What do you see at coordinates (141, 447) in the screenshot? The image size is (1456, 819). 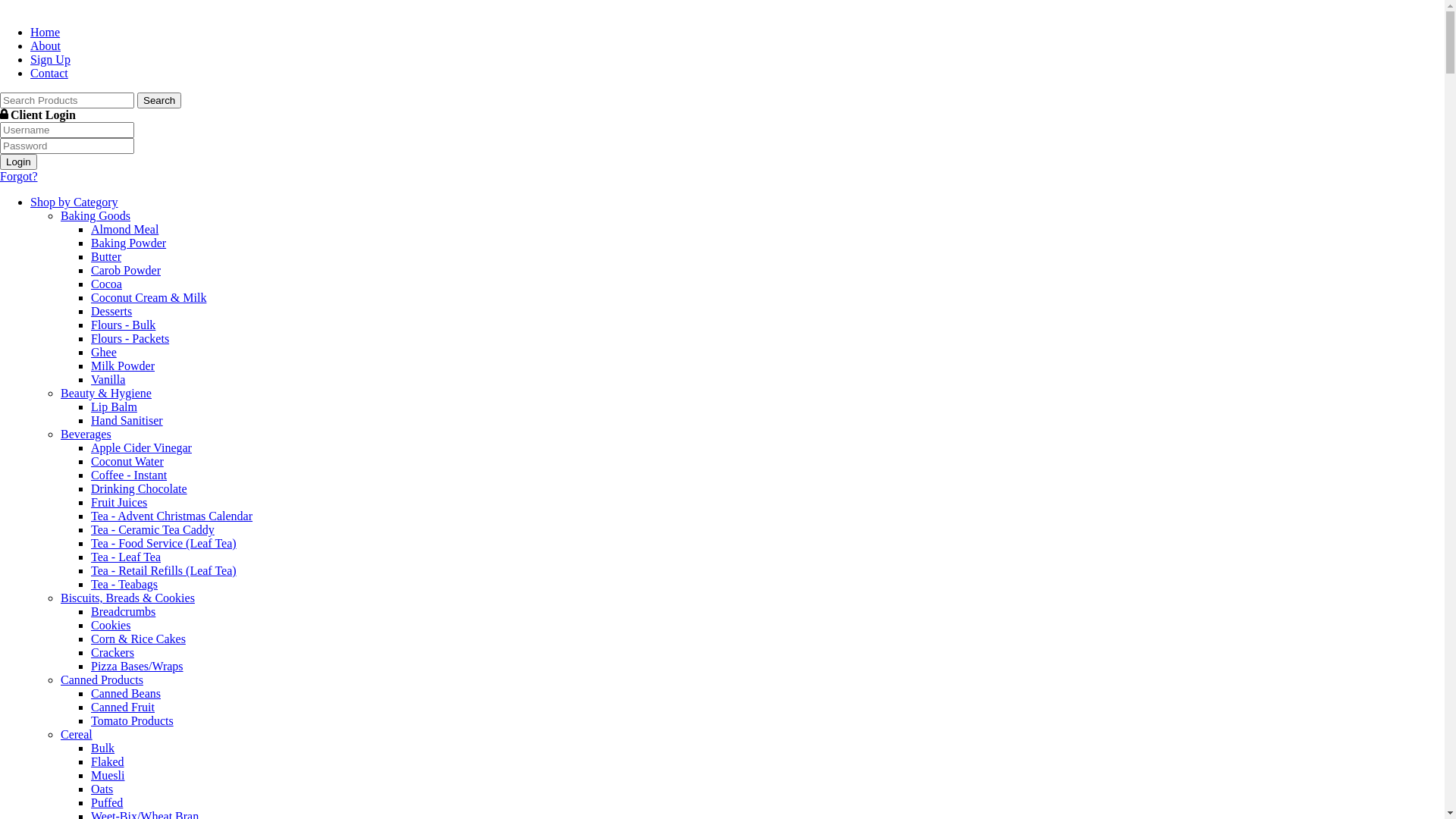 I see `'Apple Cider Vinegar'` at bounding box center [141, 447].